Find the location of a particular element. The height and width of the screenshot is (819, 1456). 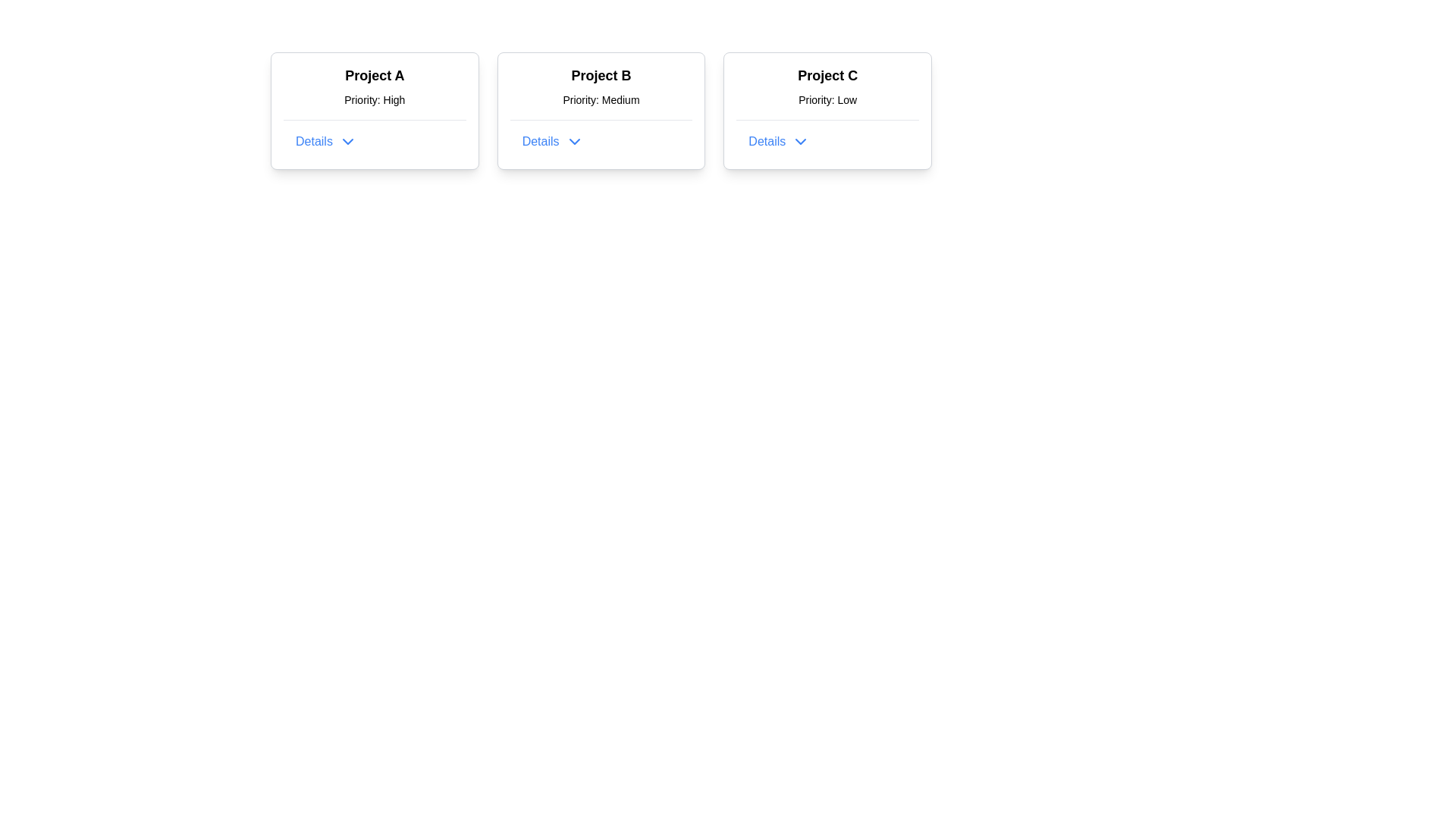

the blue downward-pointing chevron icon adjacent to the 'Details' label in the 'Project B' card is located at coordinates (573, 141).